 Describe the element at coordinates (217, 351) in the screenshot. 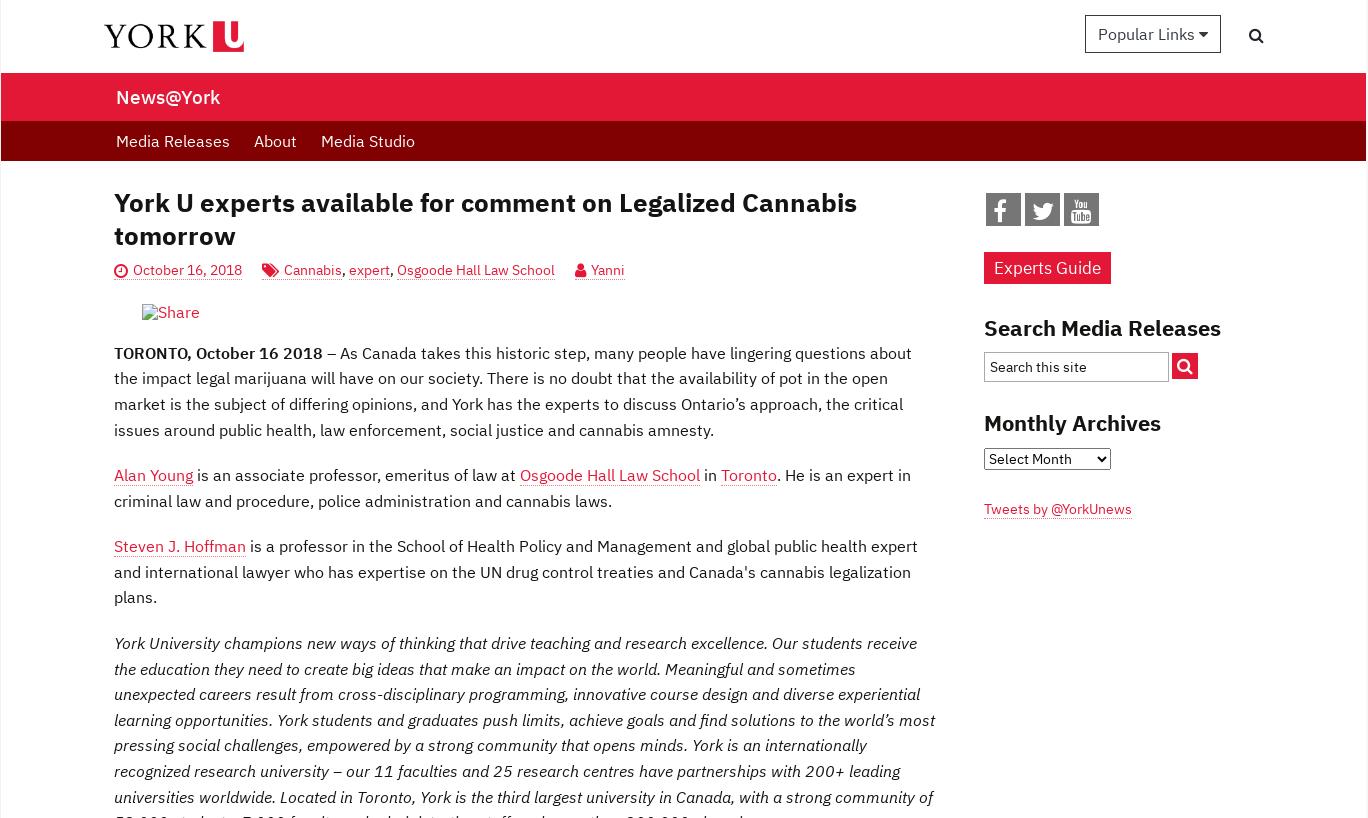

I see `'TORONTO, October 16 2018'` at that location.